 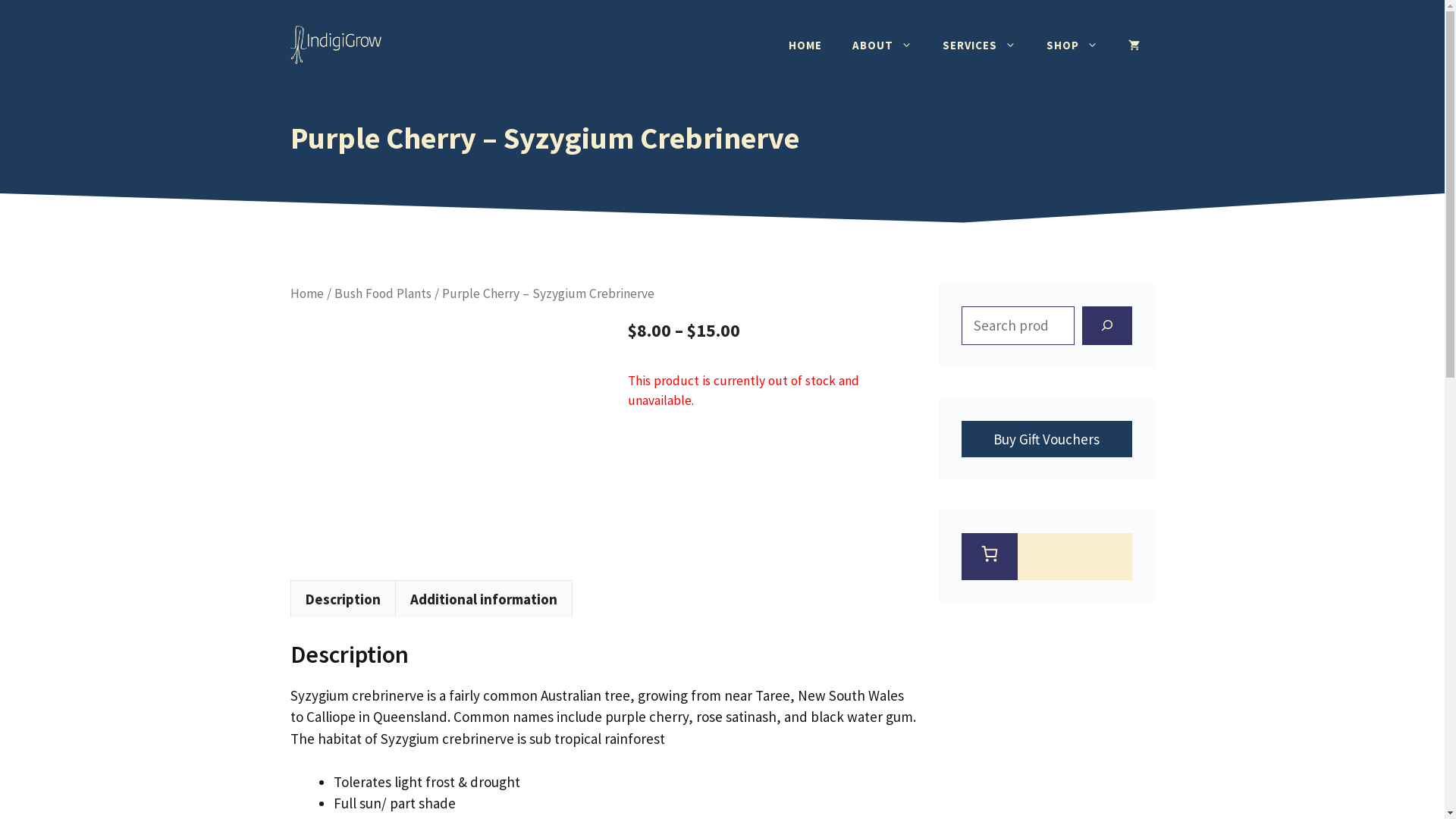 What do you see at coordinates (341, 598) in the screenshot?
I see `'Description'` at bounding box center [341, 598].